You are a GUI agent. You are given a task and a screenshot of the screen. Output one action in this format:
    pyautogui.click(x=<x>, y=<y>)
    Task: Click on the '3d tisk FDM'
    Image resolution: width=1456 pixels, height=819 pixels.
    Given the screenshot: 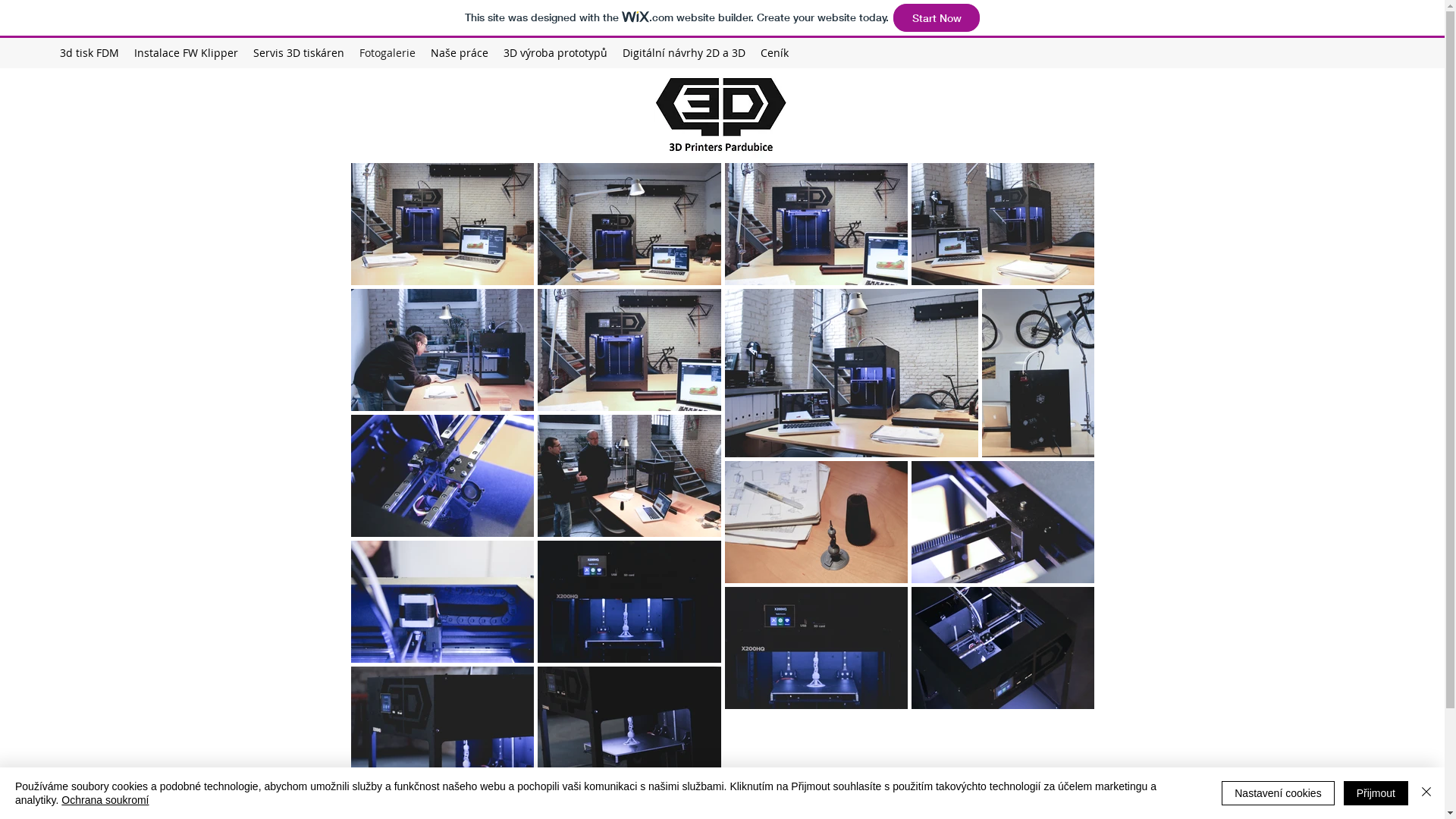 What is the action you would take?
    pyautogui.click(x=89, y=52)
    